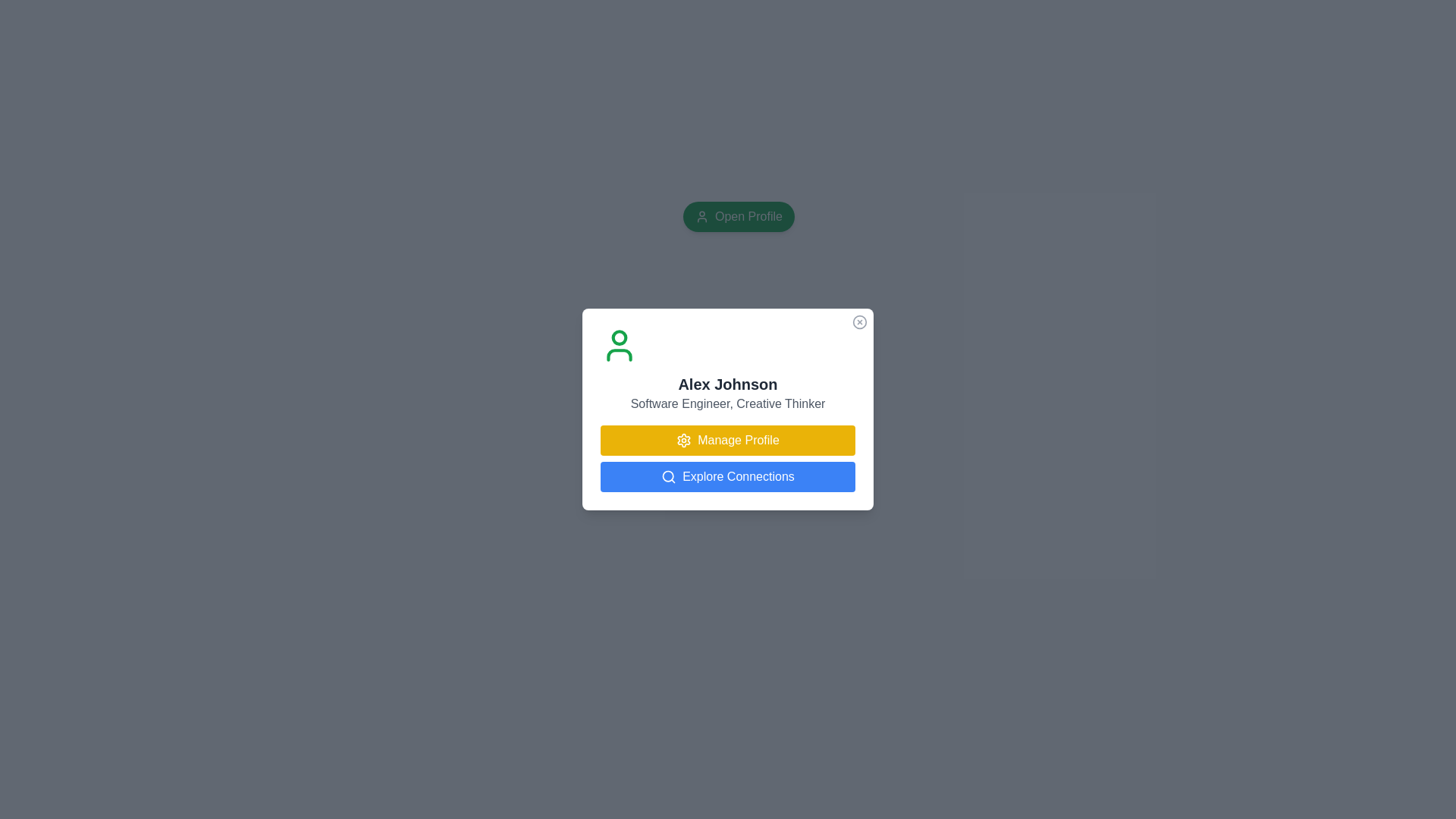  Describe the element at coordinates (619, 345) in the screenshot. I see `the green user icon located in the profile card at the top-left corner, above the name 'Alex Johnson'` at that location.